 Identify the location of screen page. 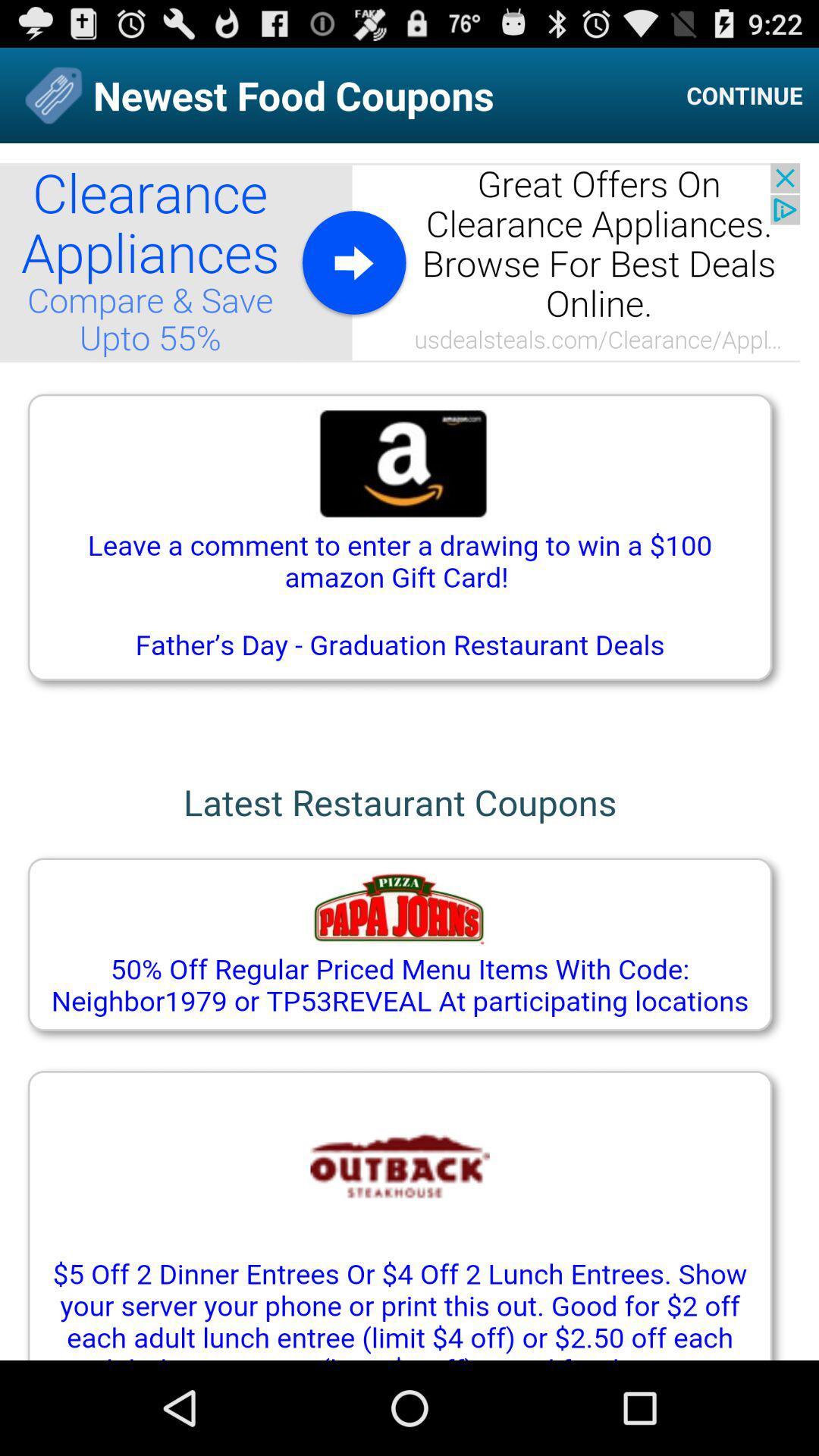
(409, 752).